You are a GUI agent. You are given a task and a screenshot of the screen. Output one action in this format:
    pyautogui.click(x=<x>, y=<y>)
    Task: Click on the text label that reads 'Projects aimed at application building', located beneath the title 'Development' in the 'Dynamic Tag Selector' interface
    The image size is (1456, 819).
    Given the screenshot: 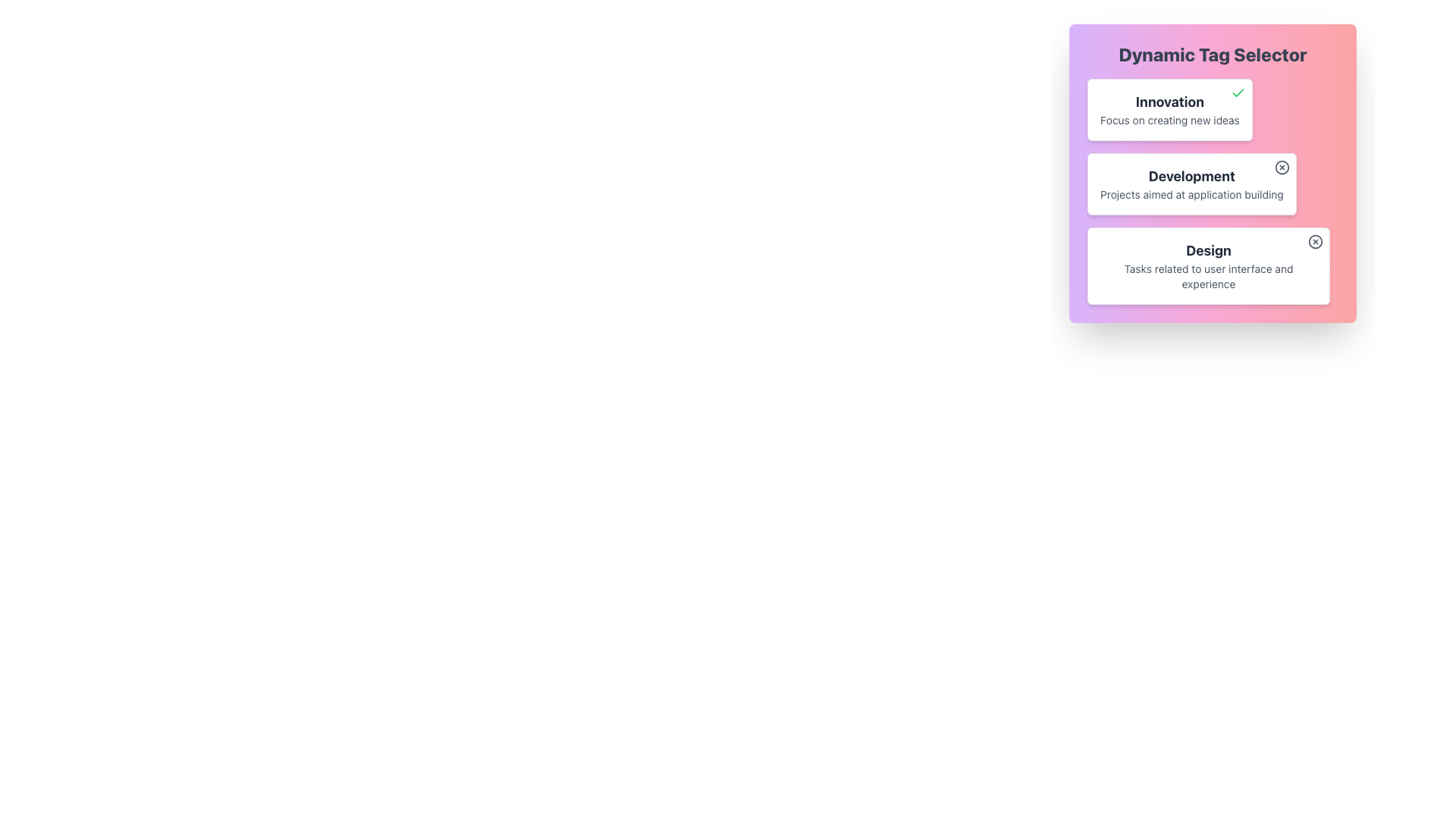 What is the action you would take?
    pyautogui.click(x=1191, y=194)
    